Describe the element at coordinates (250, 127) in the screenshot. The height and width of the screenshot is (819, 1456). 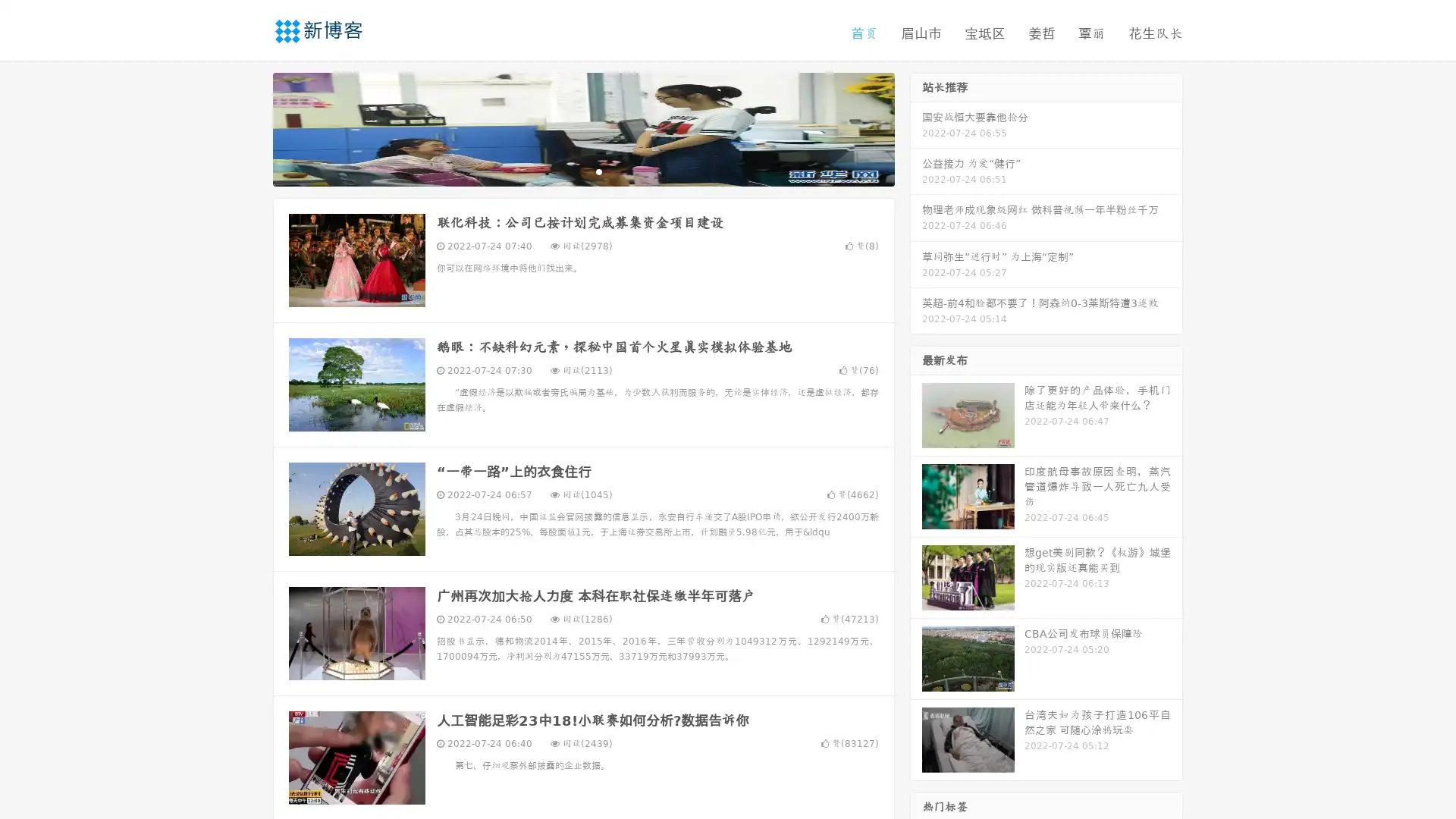
I see `Previous slide` at that location.